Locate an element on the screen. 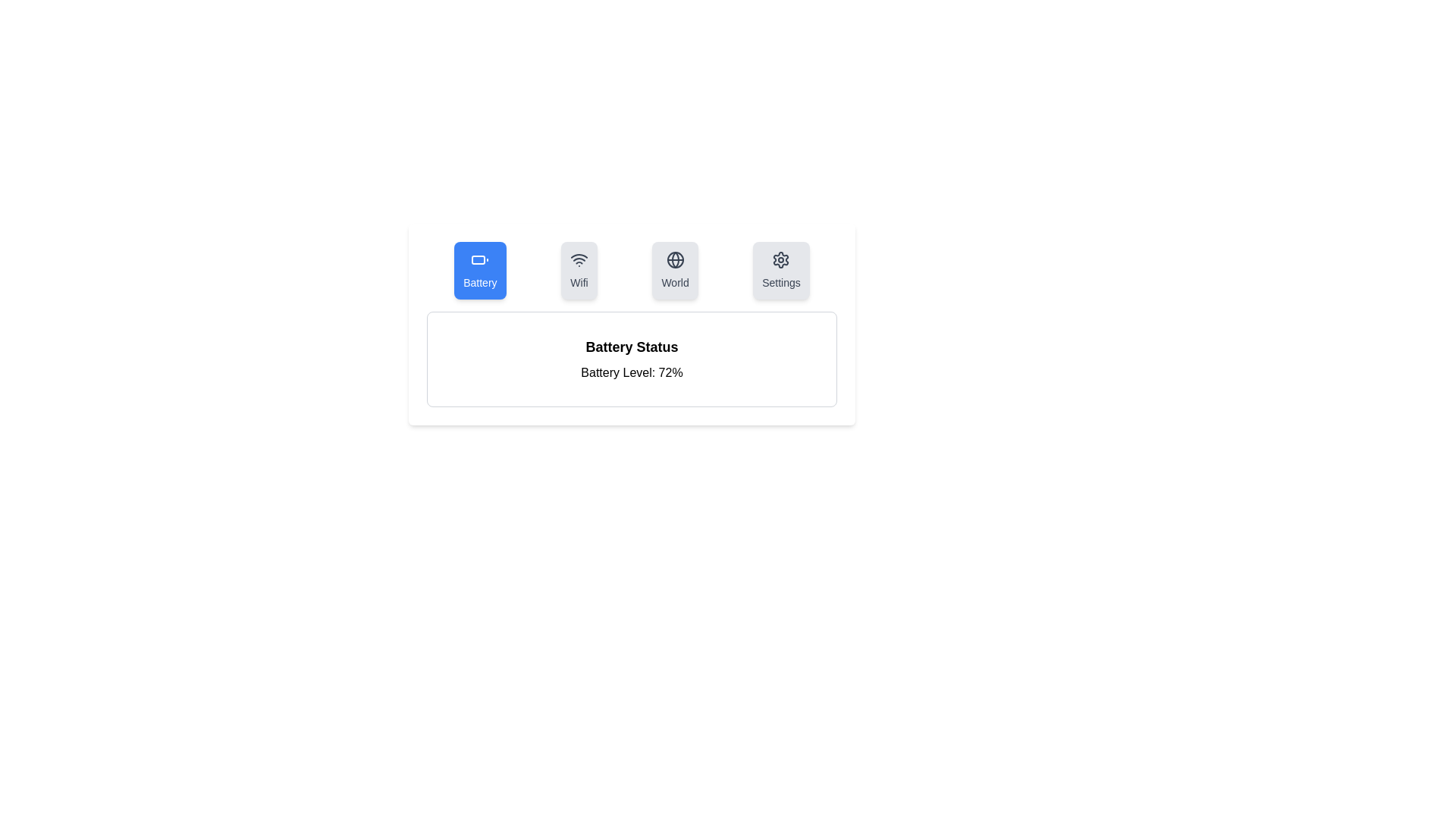 This screenshot has height=819, width=1456. the tab labeled Wifi by clicking on its icon is located at coordinates (578, 270).